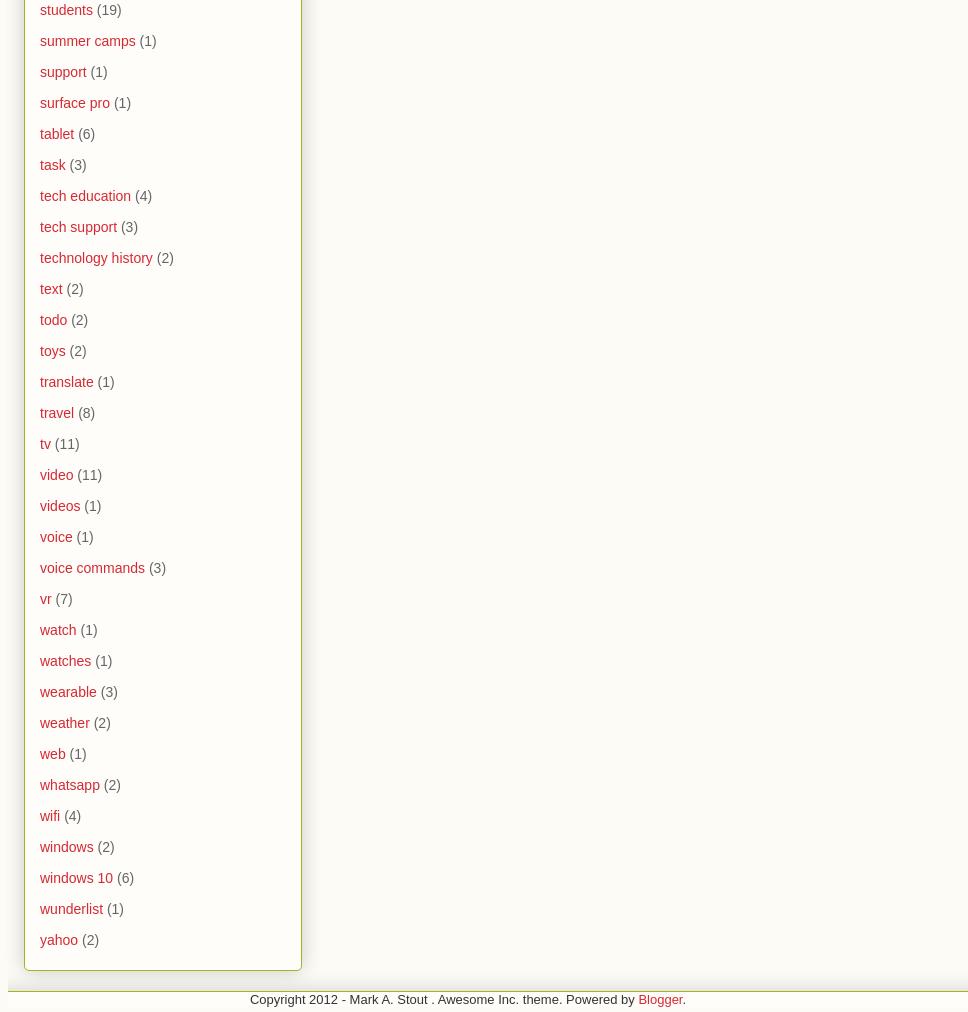  I want to click on 'students', so click(65, 9).